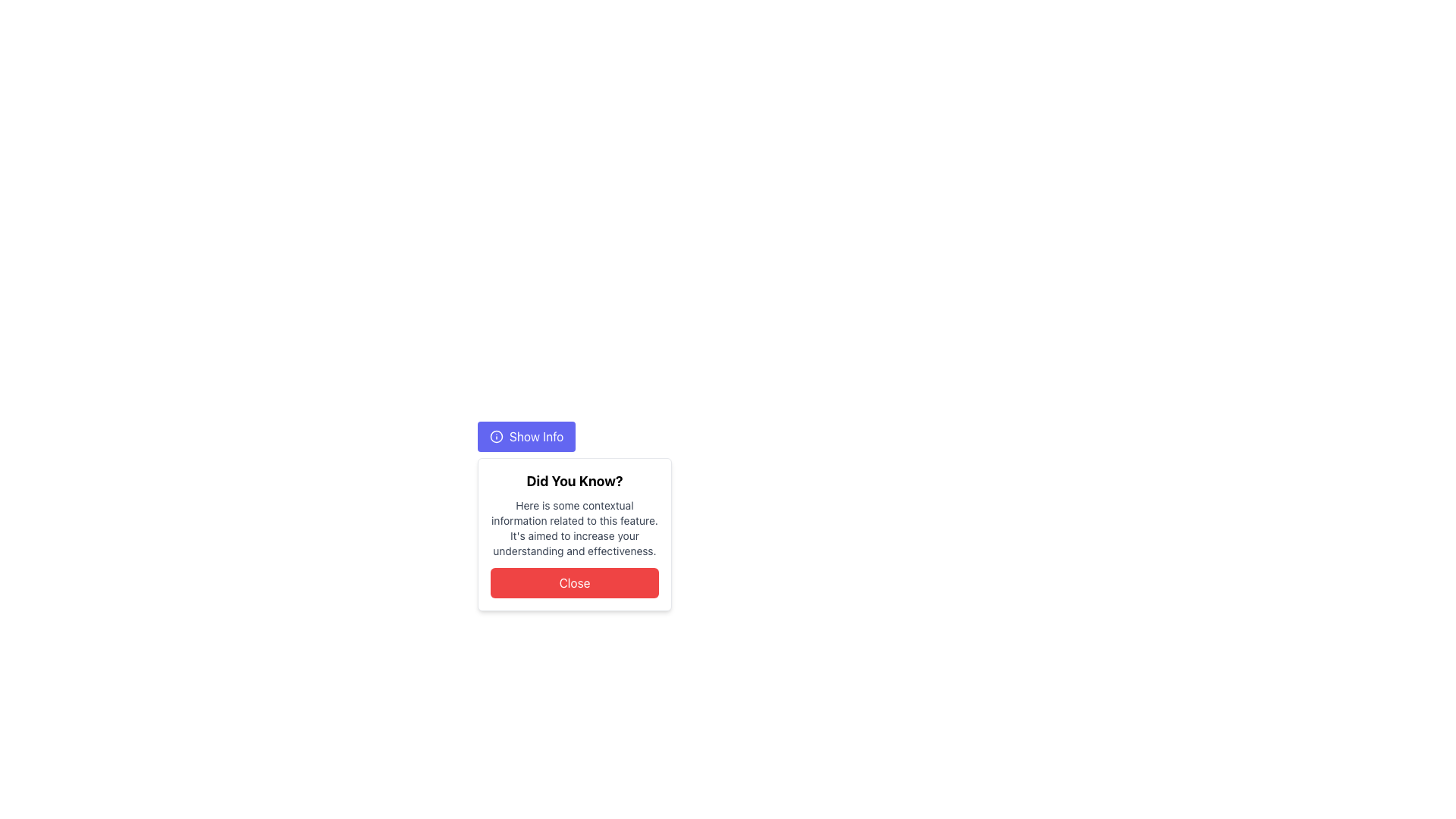 This screenshot has width=1456, height=819. What do you see at coordinates (496, 436) in the screenshot?
I see `the decorative circle that is part of the SVG icon located near the 'Show Info' button at the top-left of the information card` at bounding box center [496, 436].